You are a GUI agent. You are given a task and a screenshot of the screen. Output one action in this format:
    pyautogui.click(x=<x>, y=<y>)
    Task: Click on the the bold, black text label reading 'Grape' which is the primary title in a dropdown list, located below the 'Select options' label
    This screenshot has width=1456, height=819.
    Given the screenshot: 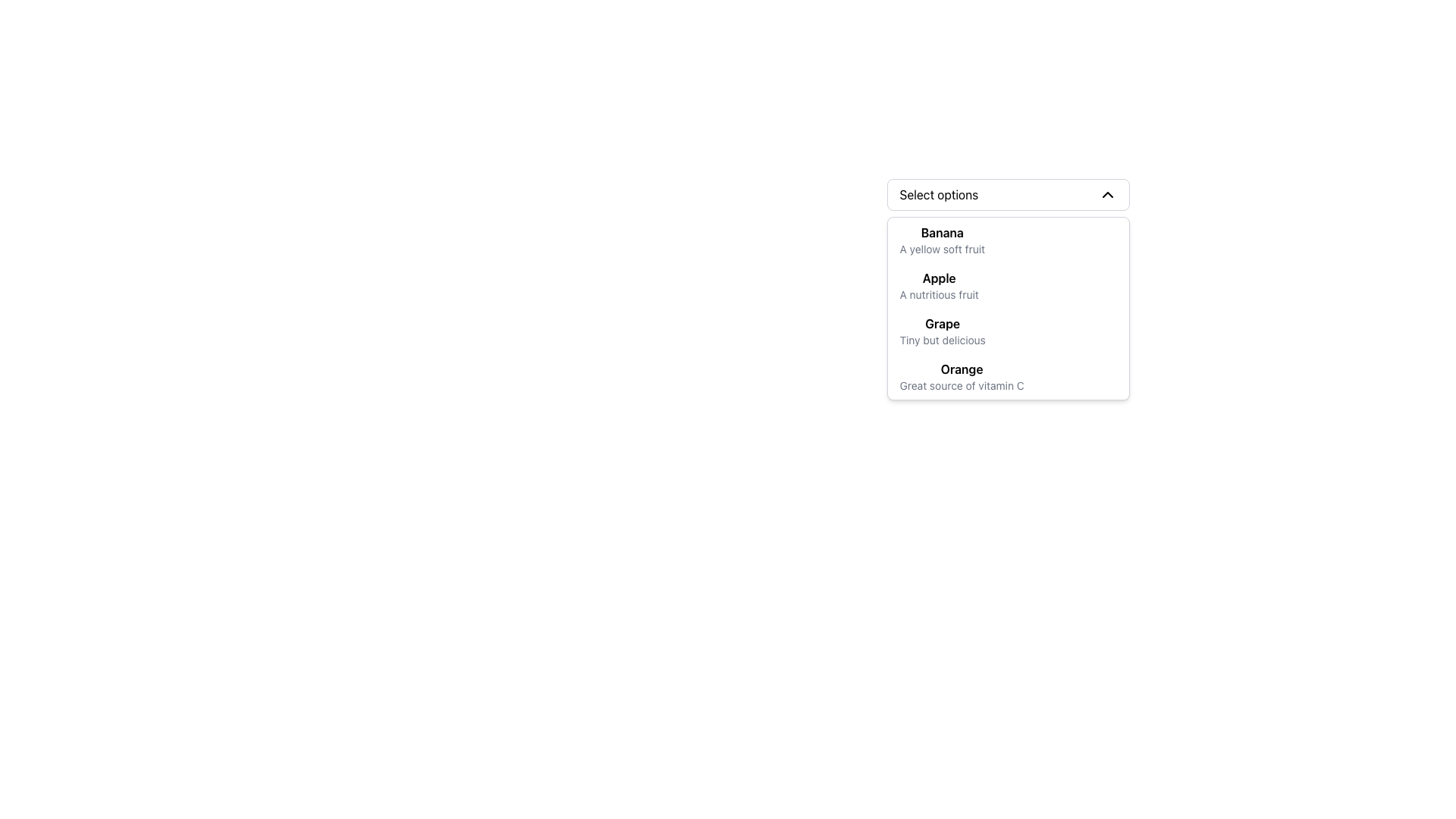 What is the action you would take?
    pyautogui.click(x=942, y=323)
    